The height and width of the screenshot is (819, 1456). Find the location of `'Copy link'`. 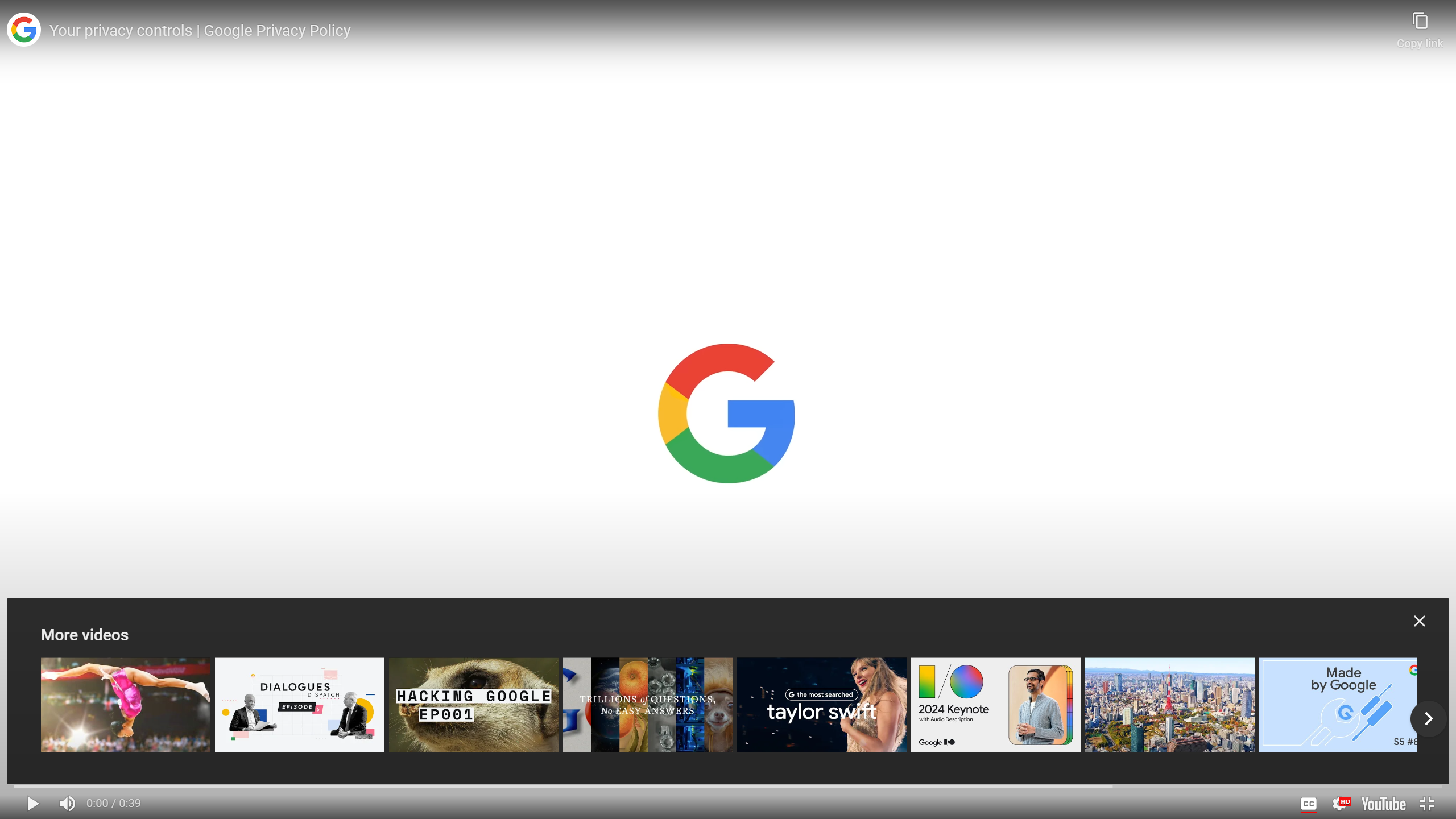

'Copy link' is located at coordinates (1419, 24).